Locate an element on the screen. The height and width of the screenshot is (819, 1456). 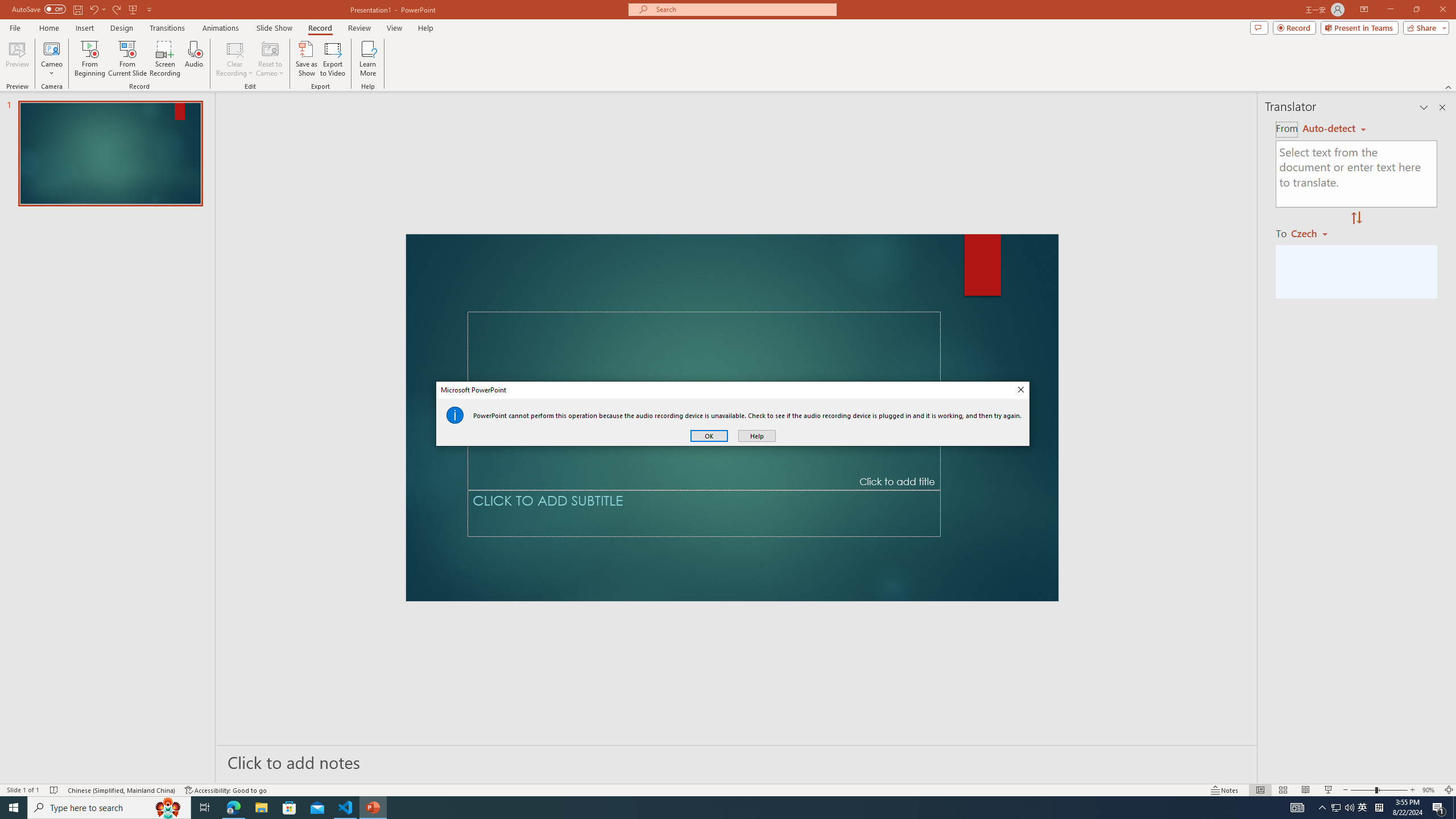
'Reset to Cameo' is located at coordinates (269, 59).